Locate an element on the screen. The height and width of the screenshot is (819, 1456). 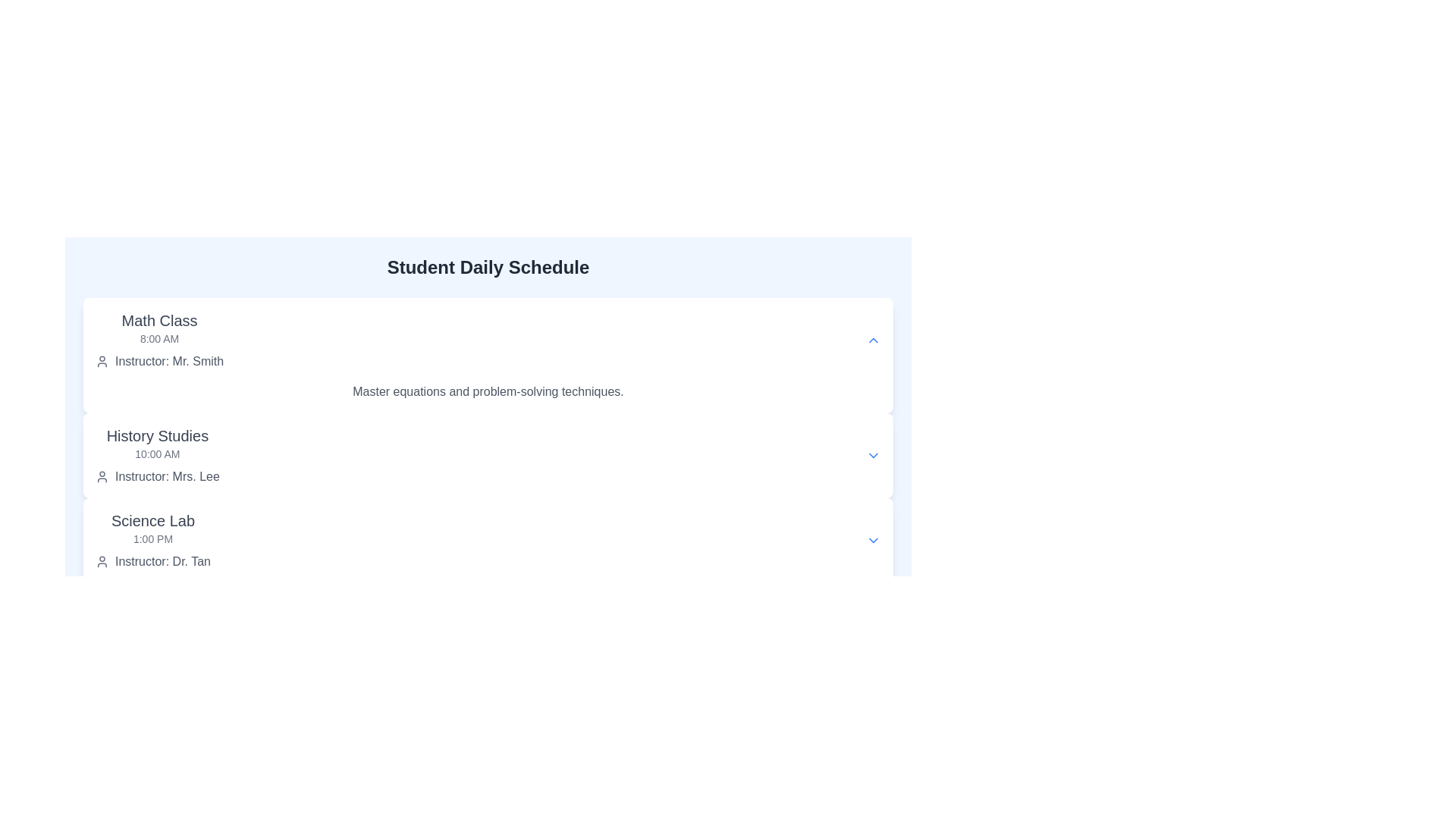
the timestamp label '8:00 AM' which is styled with smaller gray text and located below the title 'Math Class' is located at coordinates (159, 338).